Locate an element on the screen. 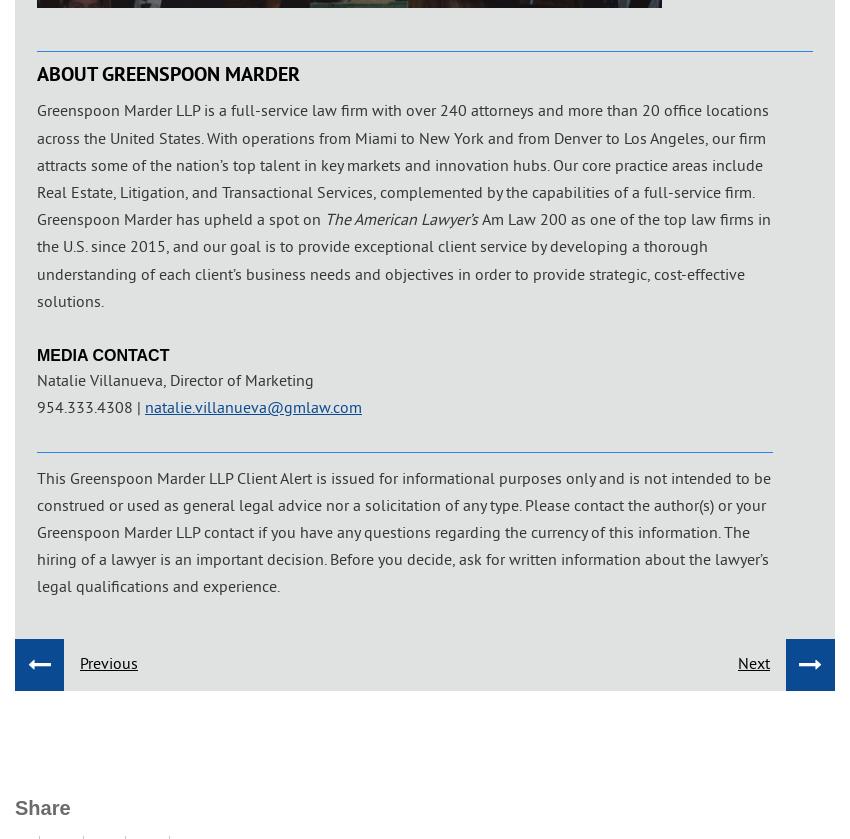 This screenshot has width=850, height=839. 'The American Lawyer’s' is located at coordinates (403, 218).